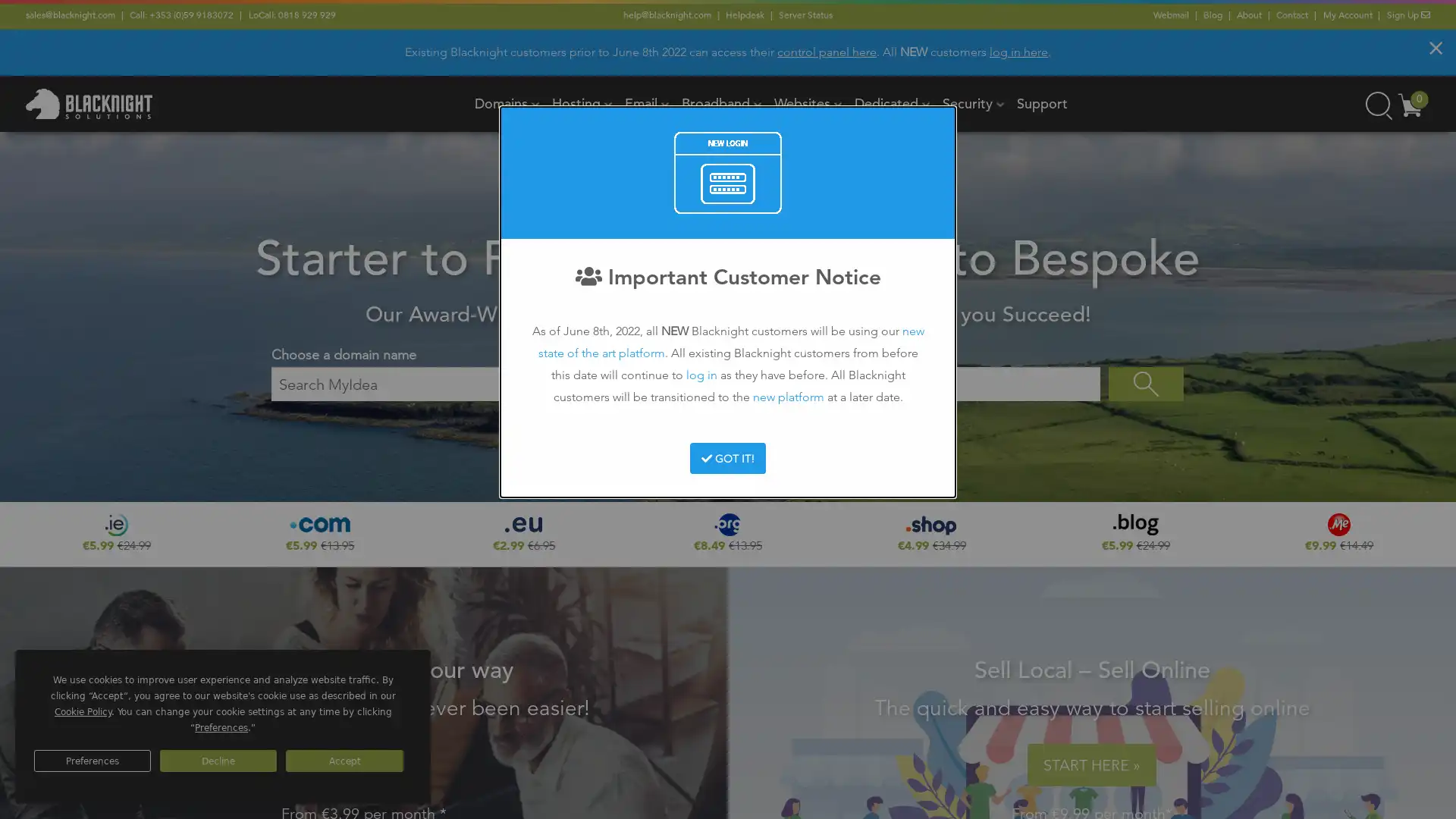  Describe the element at coordinates (91, 761) in the screenshot. I see `Preferences` at that location.